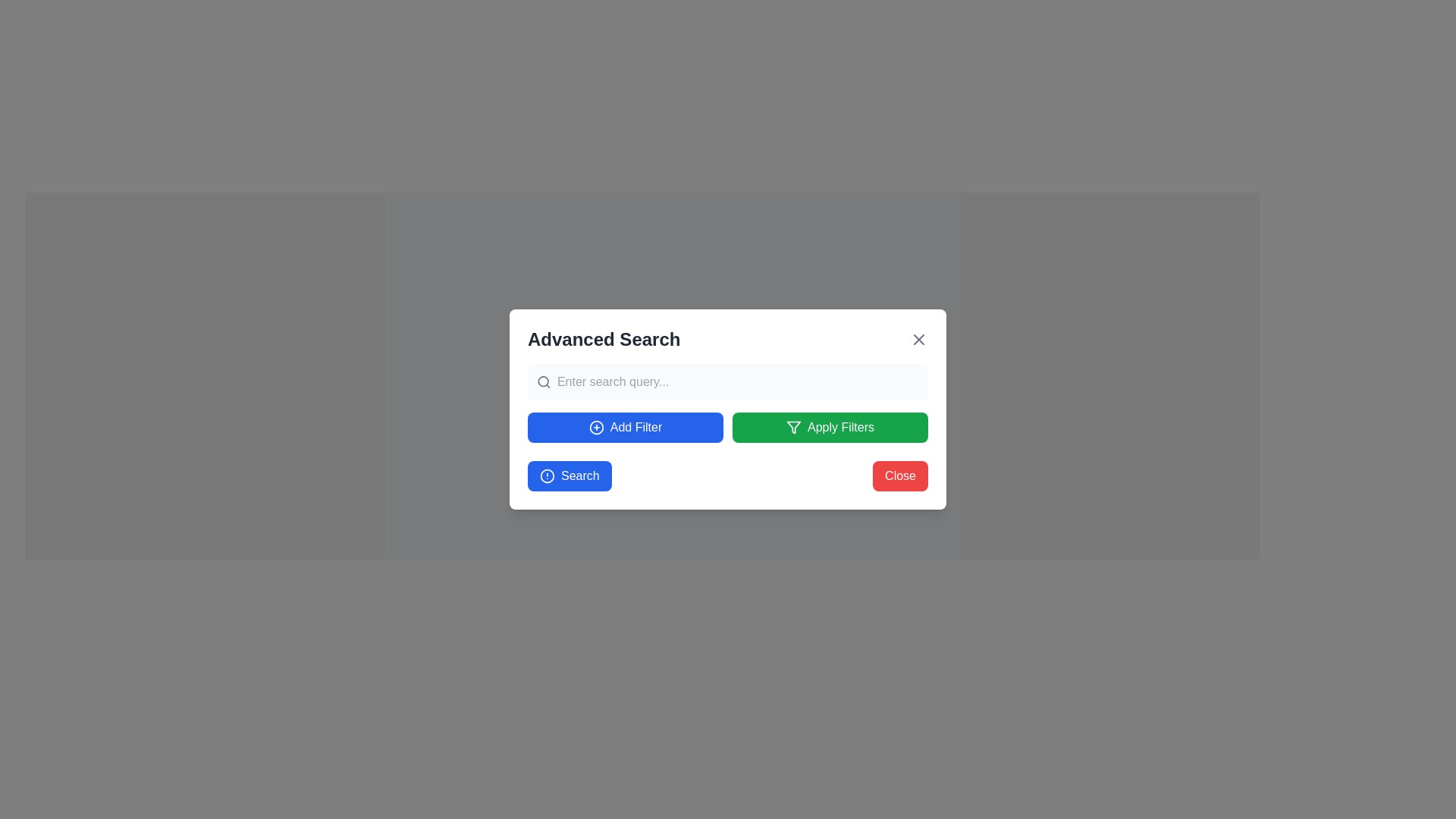 This screenshot has height=819, width=1456. I want to click on the SVG icon on the left side of the blue 'Add Filter' button, so click(595, 427).